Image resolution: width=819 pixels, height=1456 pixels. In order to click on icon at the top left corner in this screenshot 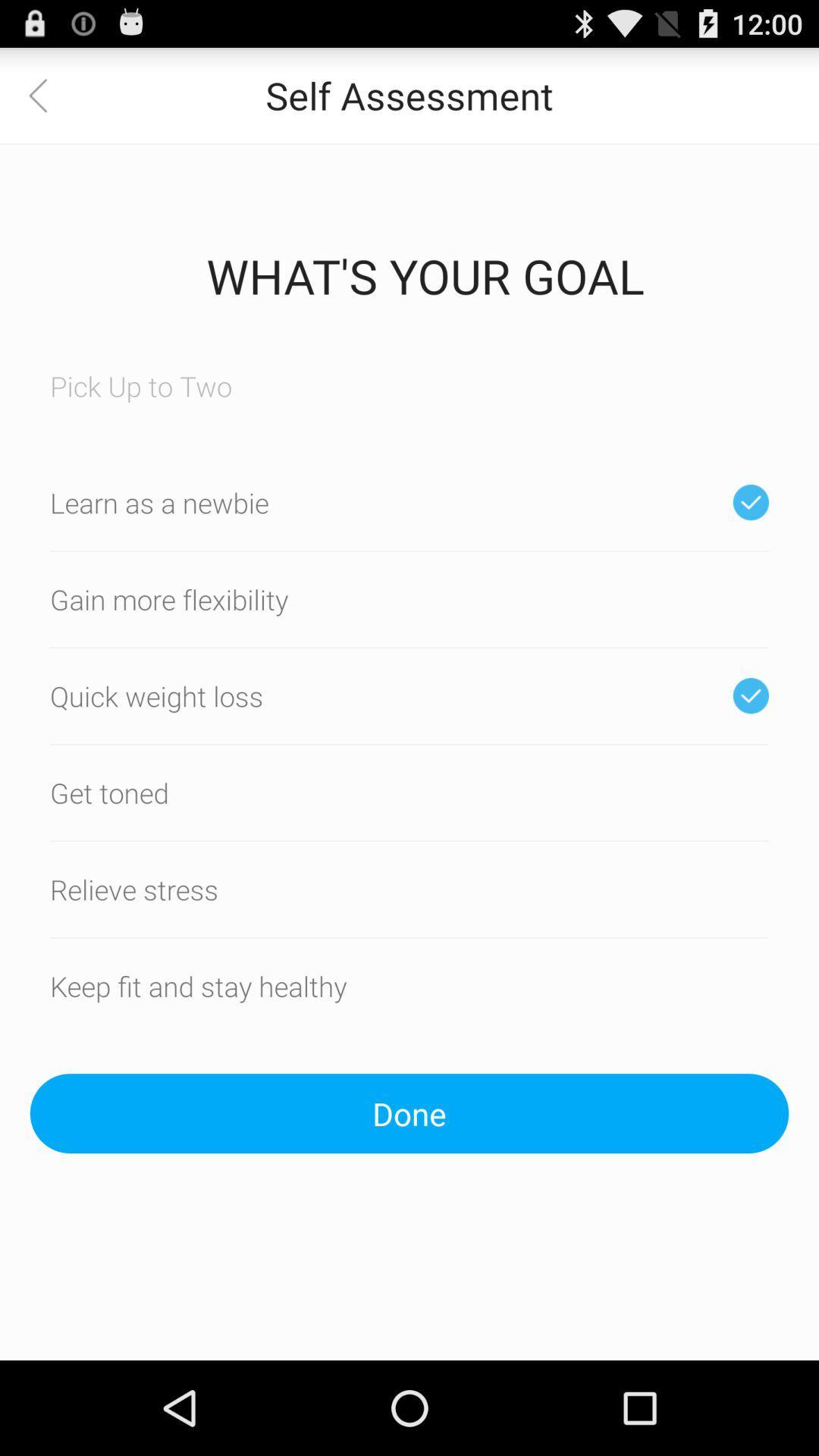, I will do `click(46, 94)`.